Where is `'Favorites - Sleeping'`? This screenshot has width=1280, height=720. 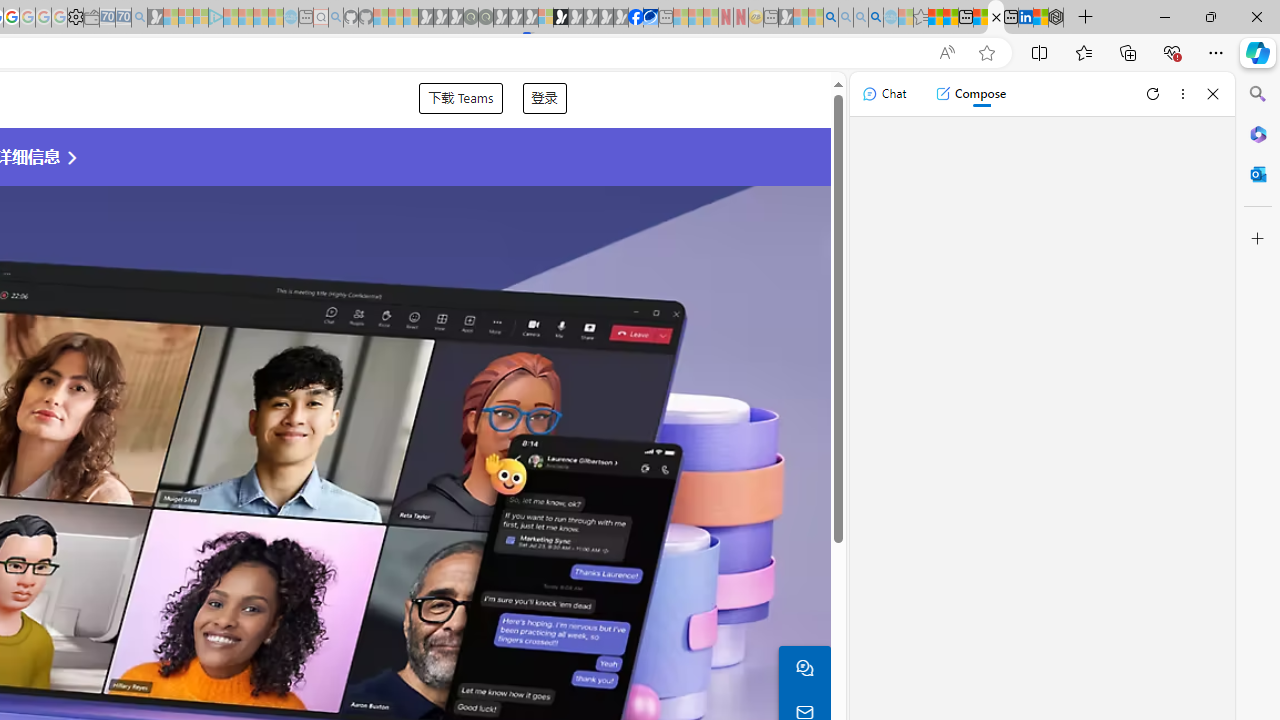
'Favorites - Sleeping' is located at coordinates (919, 17).